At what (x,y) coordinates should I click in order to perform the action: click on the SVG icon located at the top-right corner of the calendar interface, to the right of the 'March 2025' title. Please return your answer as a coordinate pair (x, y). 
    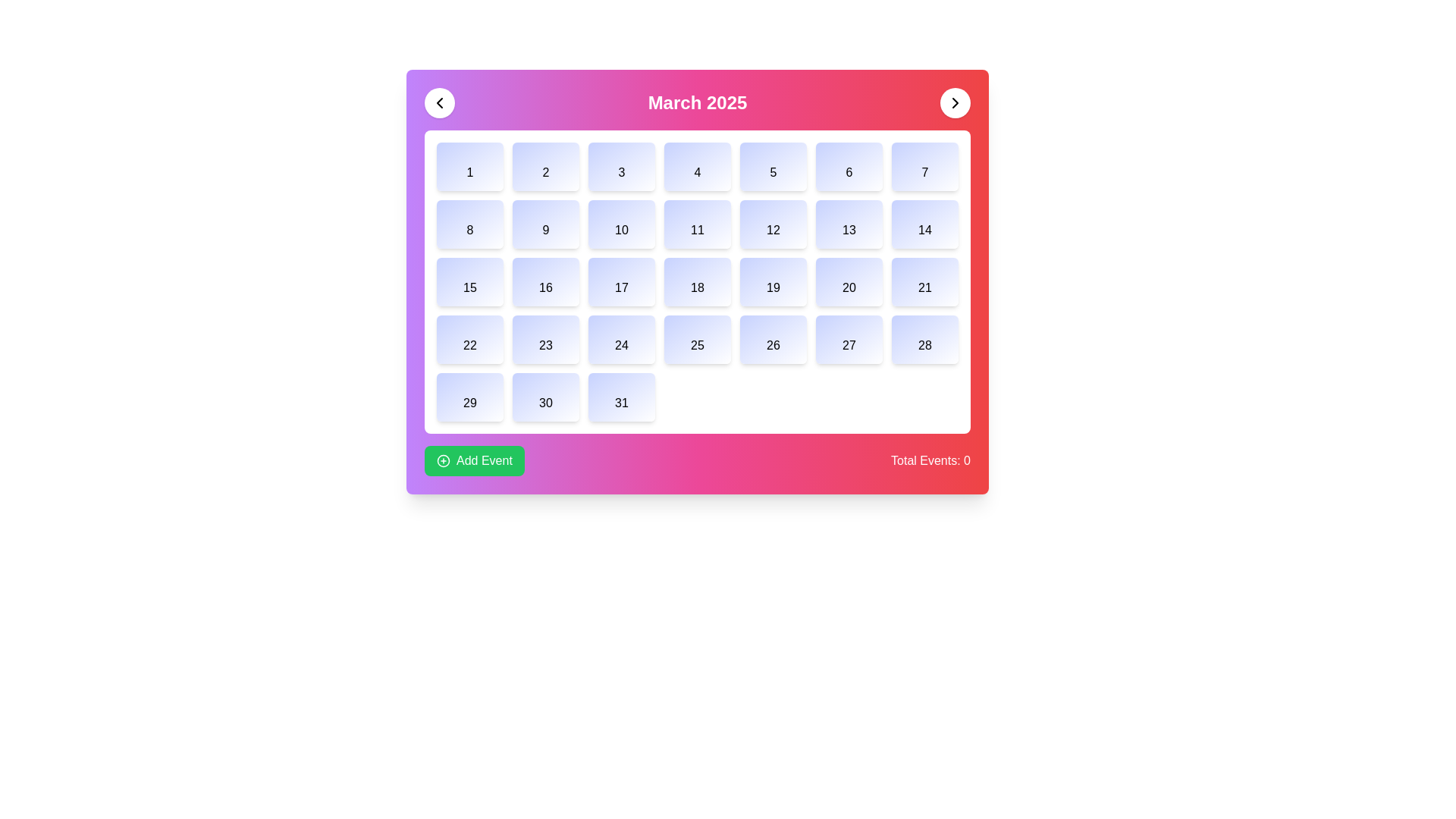
    Looking at the image, I should click on (954, 102).